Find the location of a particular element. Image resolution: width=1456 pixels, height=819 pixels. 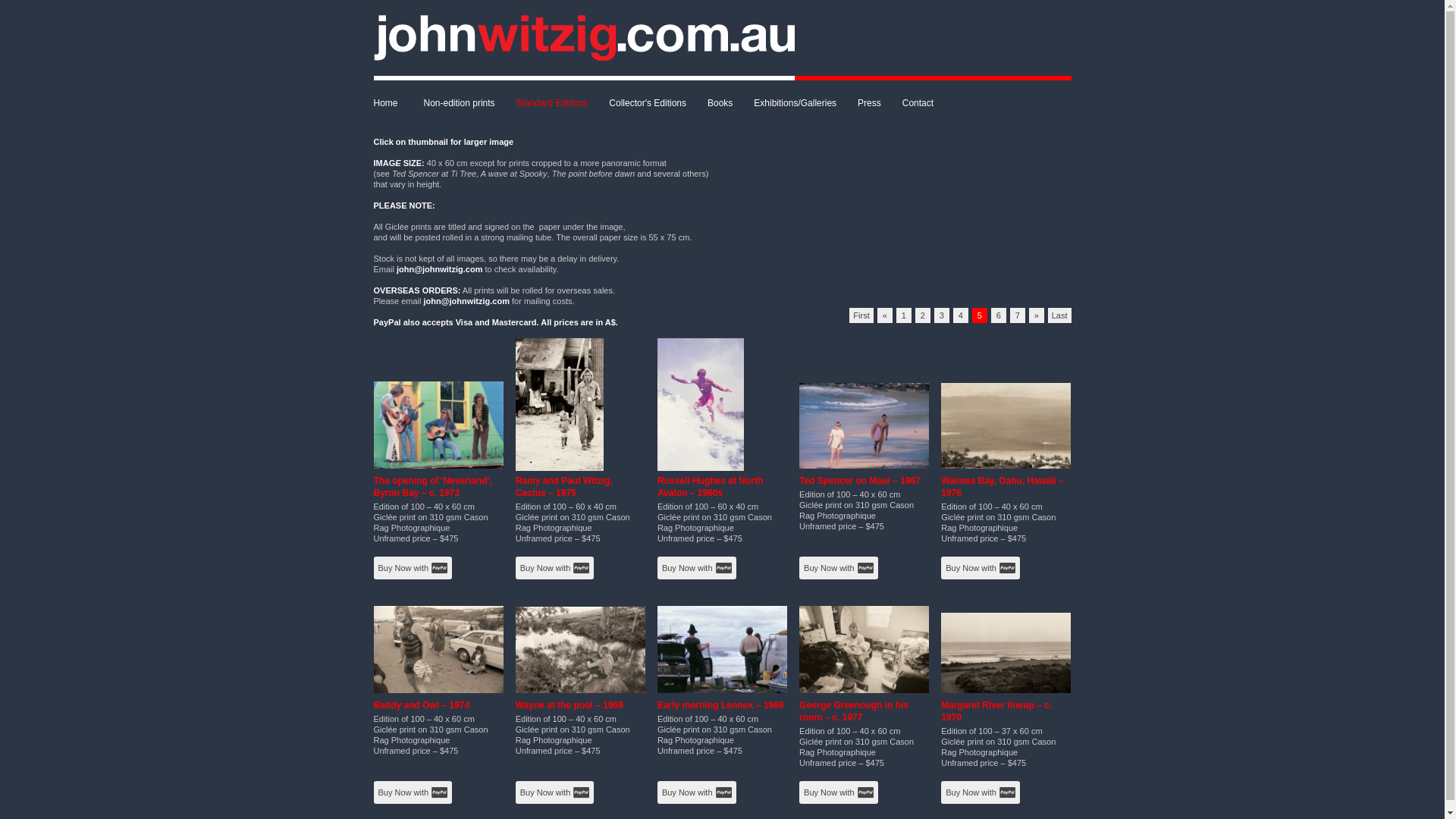

'1' is located at coordinates (903, 315).